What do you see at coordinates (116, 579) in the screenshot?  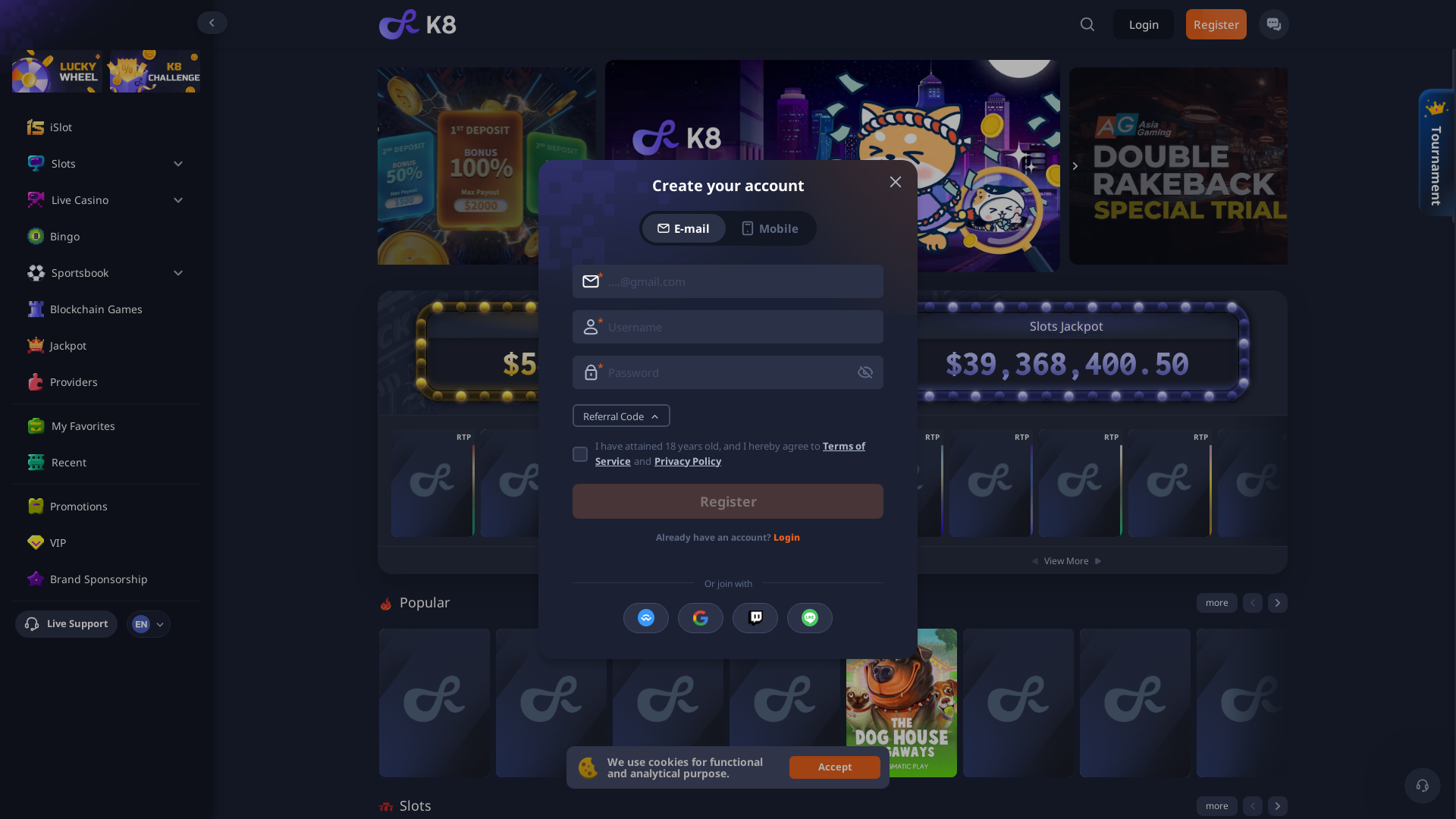 I see `'Brand Sponsorship'` at bounding box center [116, 579].